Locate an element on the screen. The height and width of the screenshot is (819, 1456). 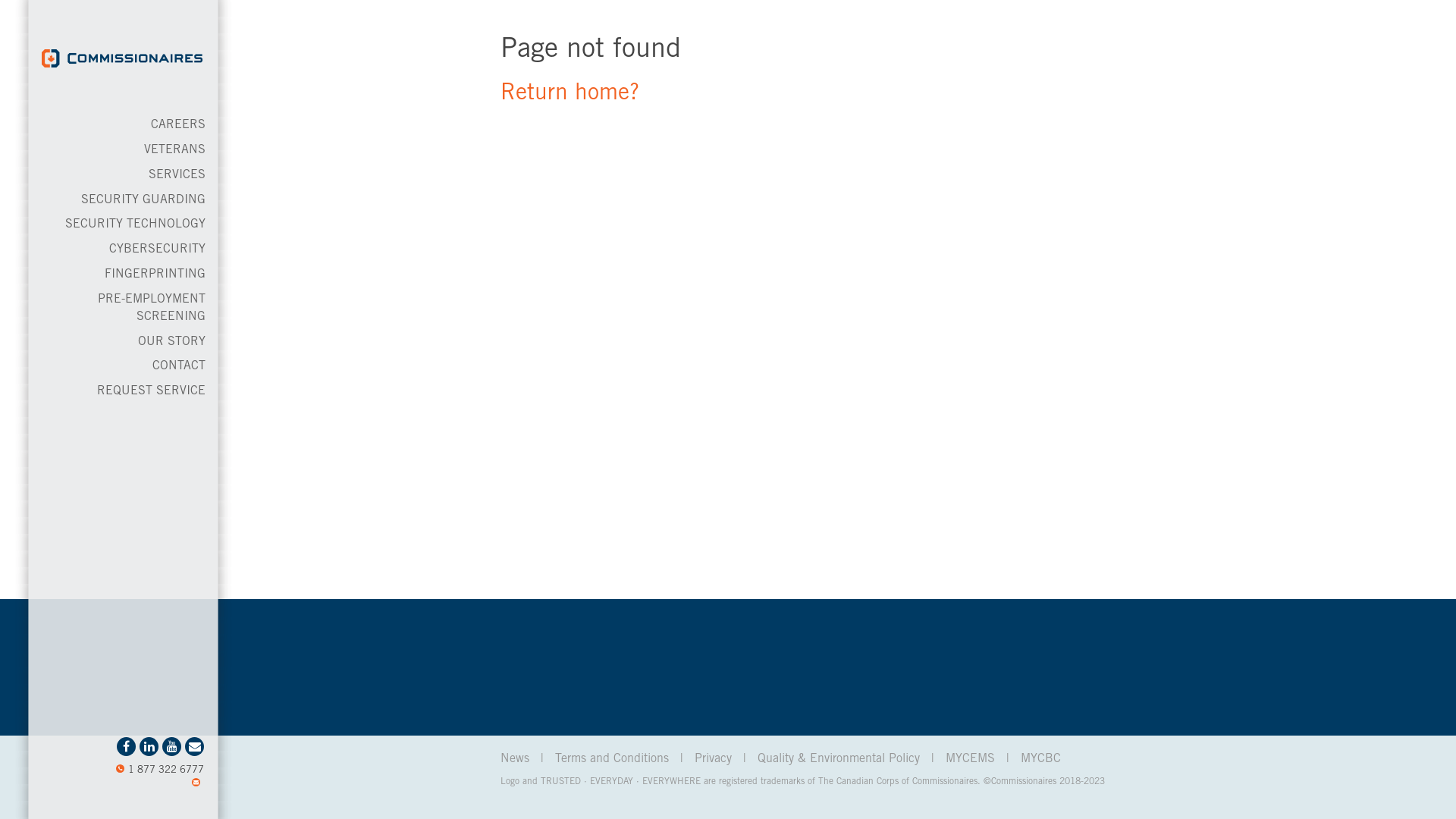
'CYBERSECURITY' is located at coordinates (157, 248).